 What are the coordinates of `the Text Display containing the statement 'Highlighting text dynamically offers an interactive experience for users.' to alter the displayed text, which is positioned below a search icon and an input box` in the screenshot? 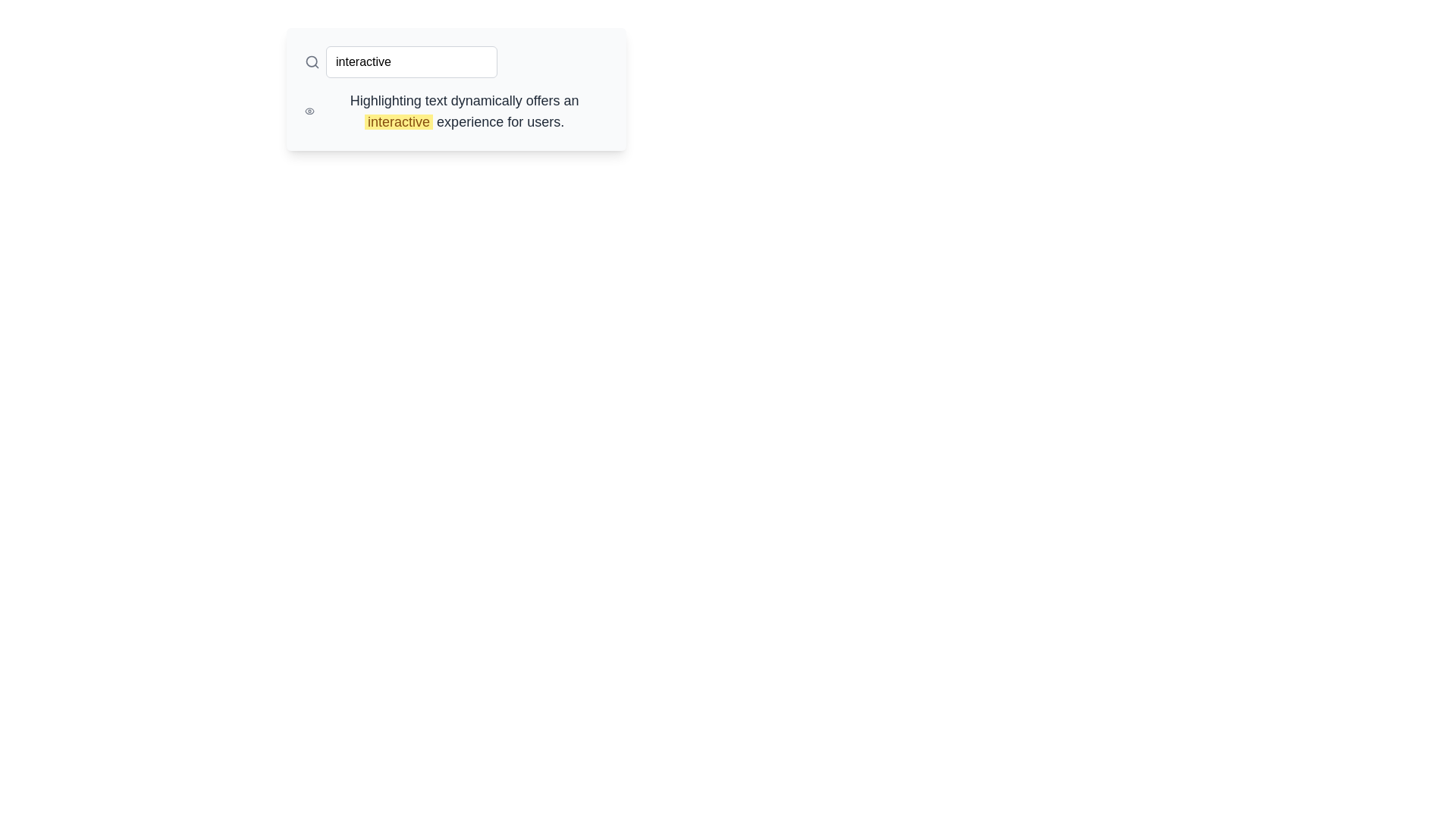 It's located at (455, 89).